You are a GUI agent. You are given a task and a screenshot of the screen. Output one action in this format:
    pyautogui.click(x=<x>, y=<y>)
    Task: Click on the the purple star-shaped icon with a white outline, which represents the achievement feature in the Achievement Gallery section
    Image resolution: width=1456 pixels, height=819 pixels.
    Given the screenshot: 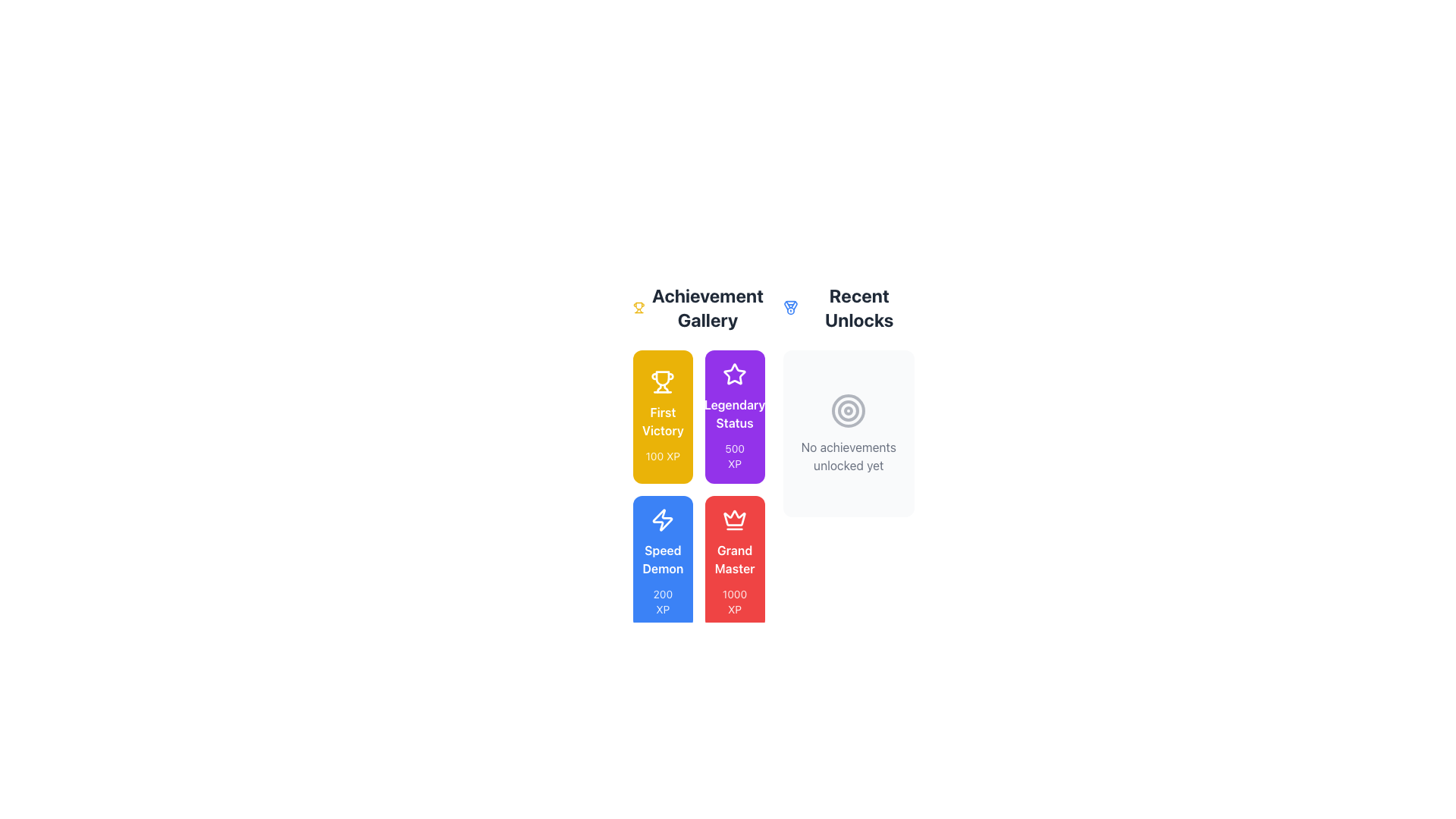 What is the action you would take?
    pyautogui.click(x=735, y=374)
    